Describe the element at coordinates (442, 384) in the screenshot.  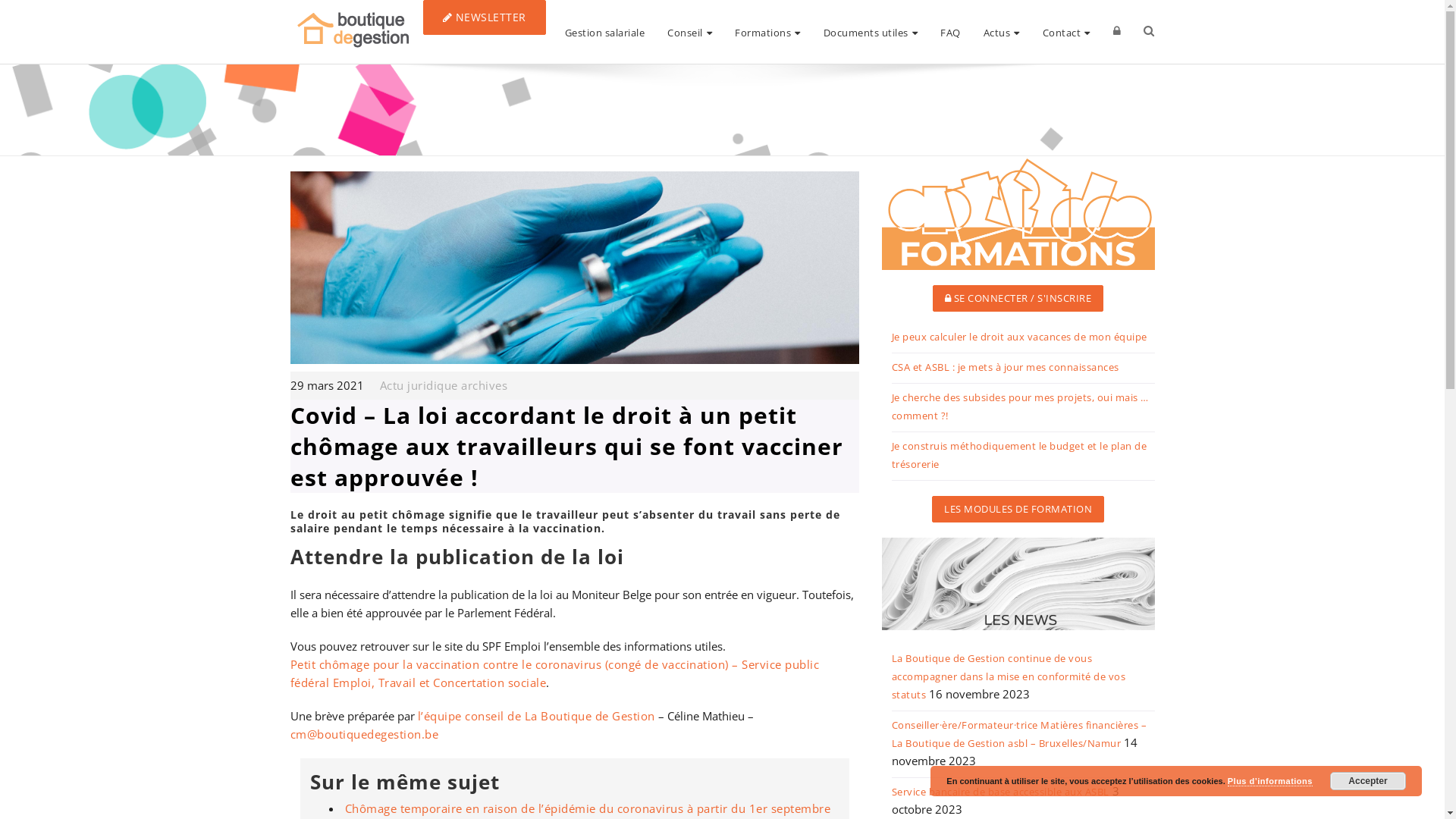
I see `'Actu juridique archives'` at that location.